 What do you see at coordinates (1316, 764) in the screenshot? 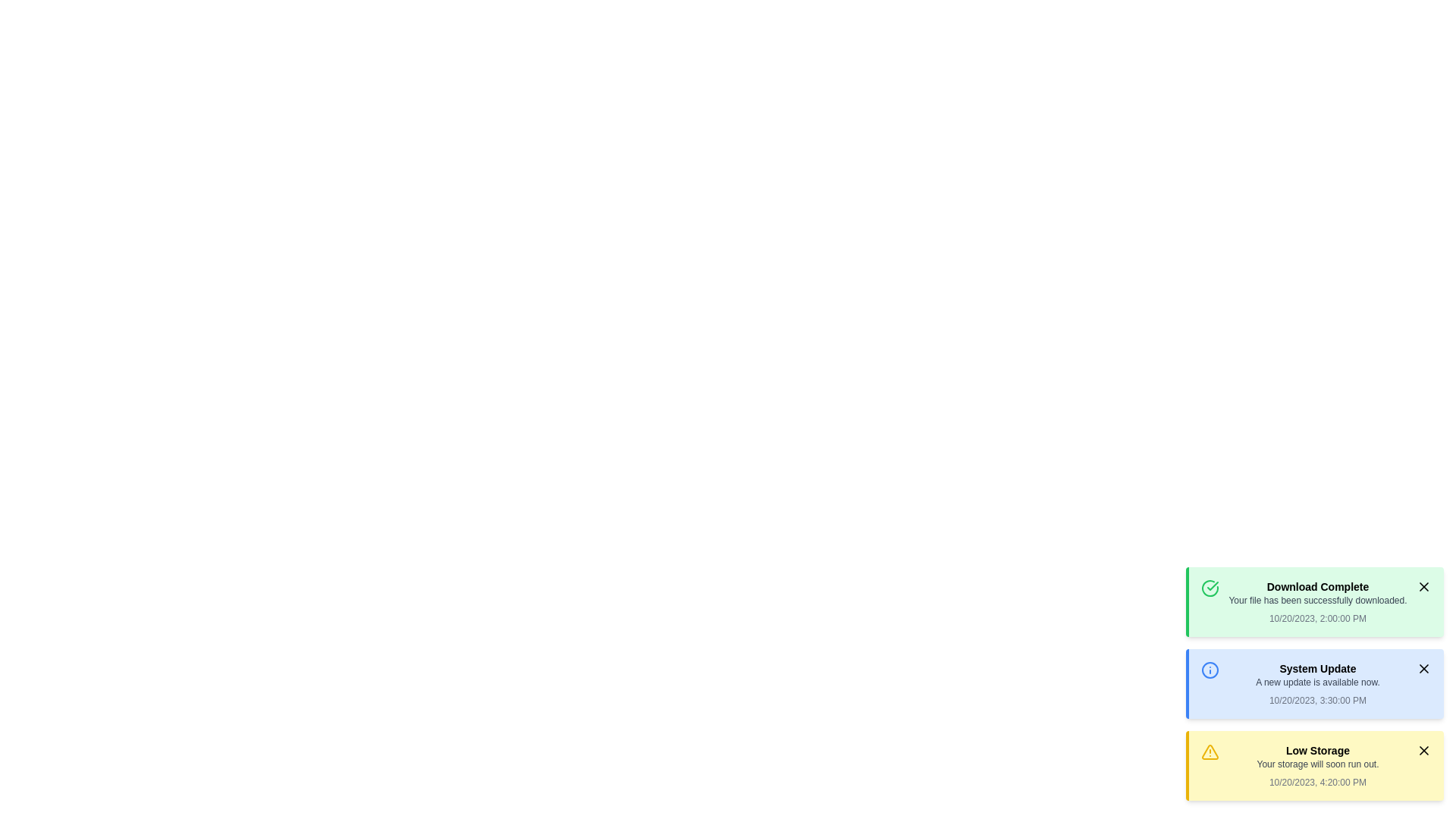
I see `the static text that alerts the user about low storage, positioned below the 'Low Storage' text and above the timestamp` at bounding box center [1316, 764].